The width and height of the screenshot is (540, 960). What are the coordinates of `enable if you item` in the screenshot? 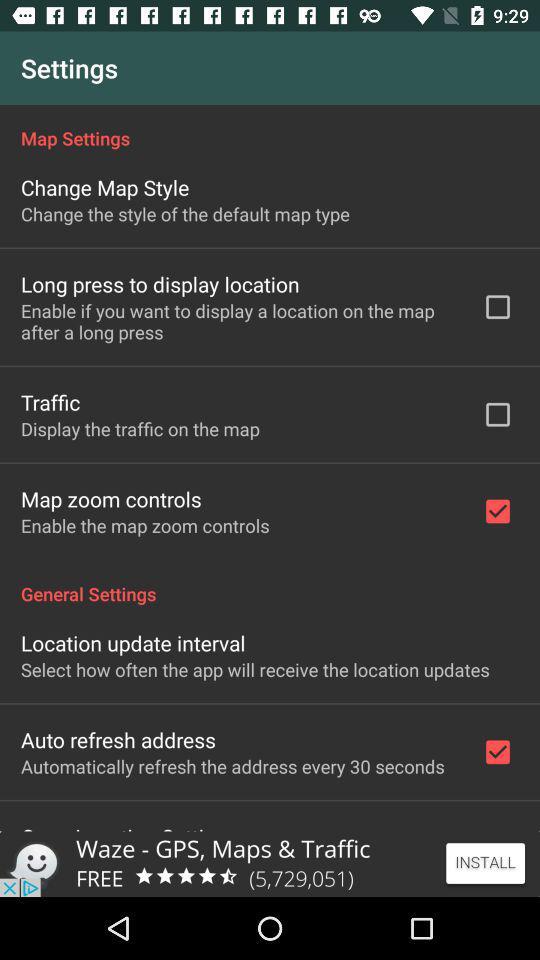 It's located at (238, 321).